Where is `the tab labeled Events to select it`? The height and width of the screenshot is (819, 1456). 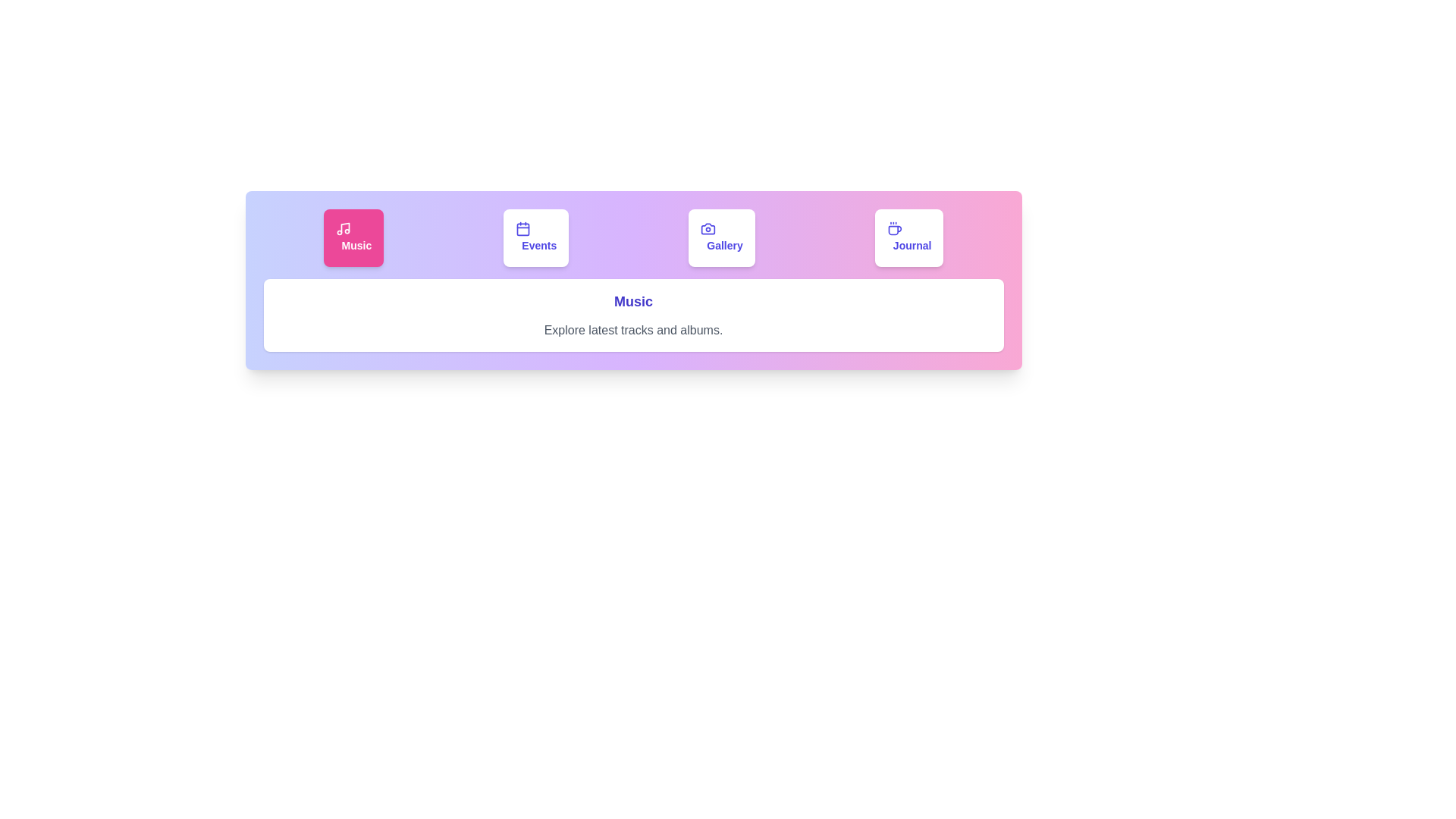
the tab labeled Events to select it is located at coordinates (536, 237).